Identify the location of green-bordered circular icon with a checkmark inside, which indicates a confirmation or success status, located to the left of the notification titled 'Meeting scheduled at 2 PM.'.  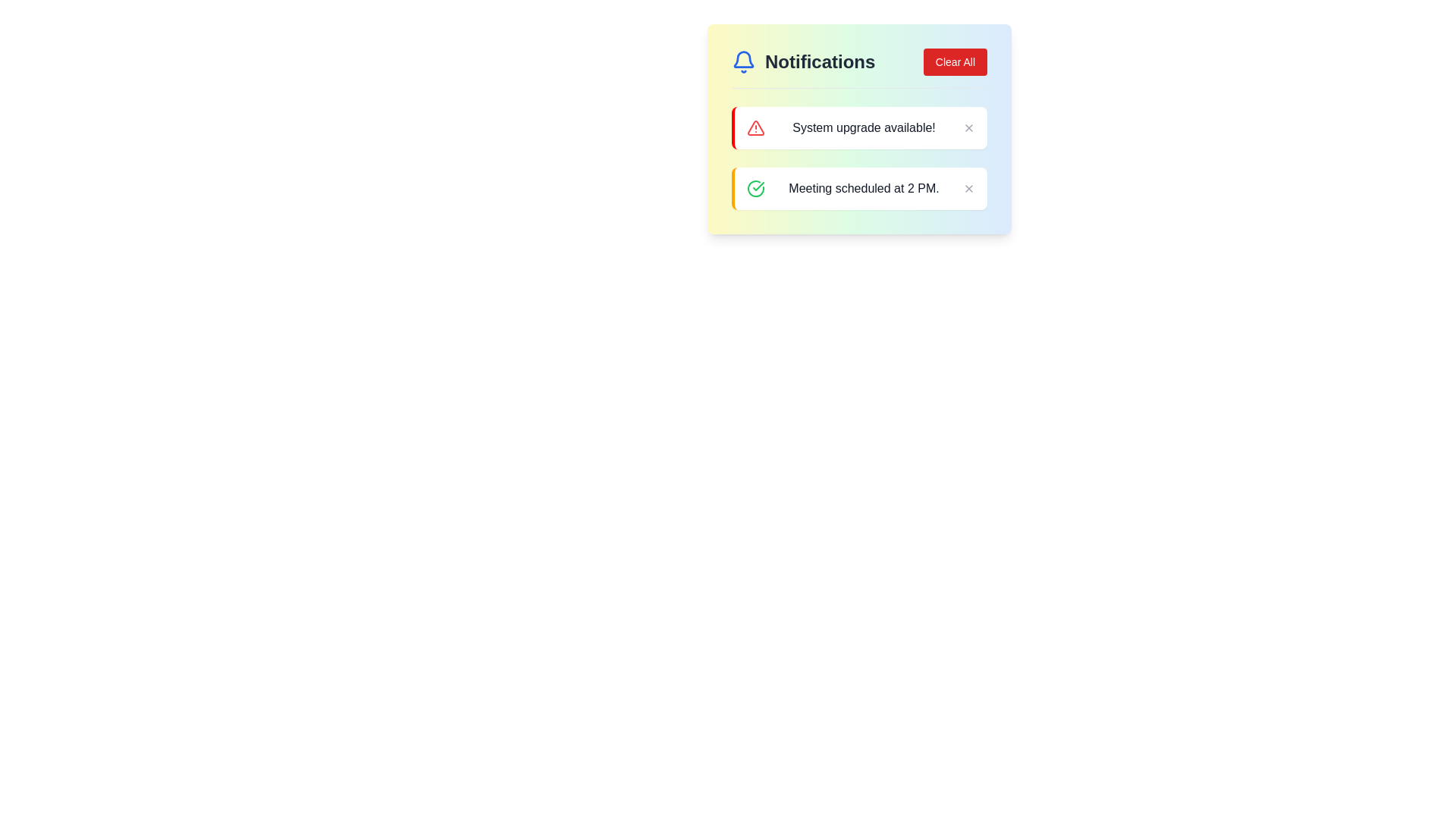
(756, 188).